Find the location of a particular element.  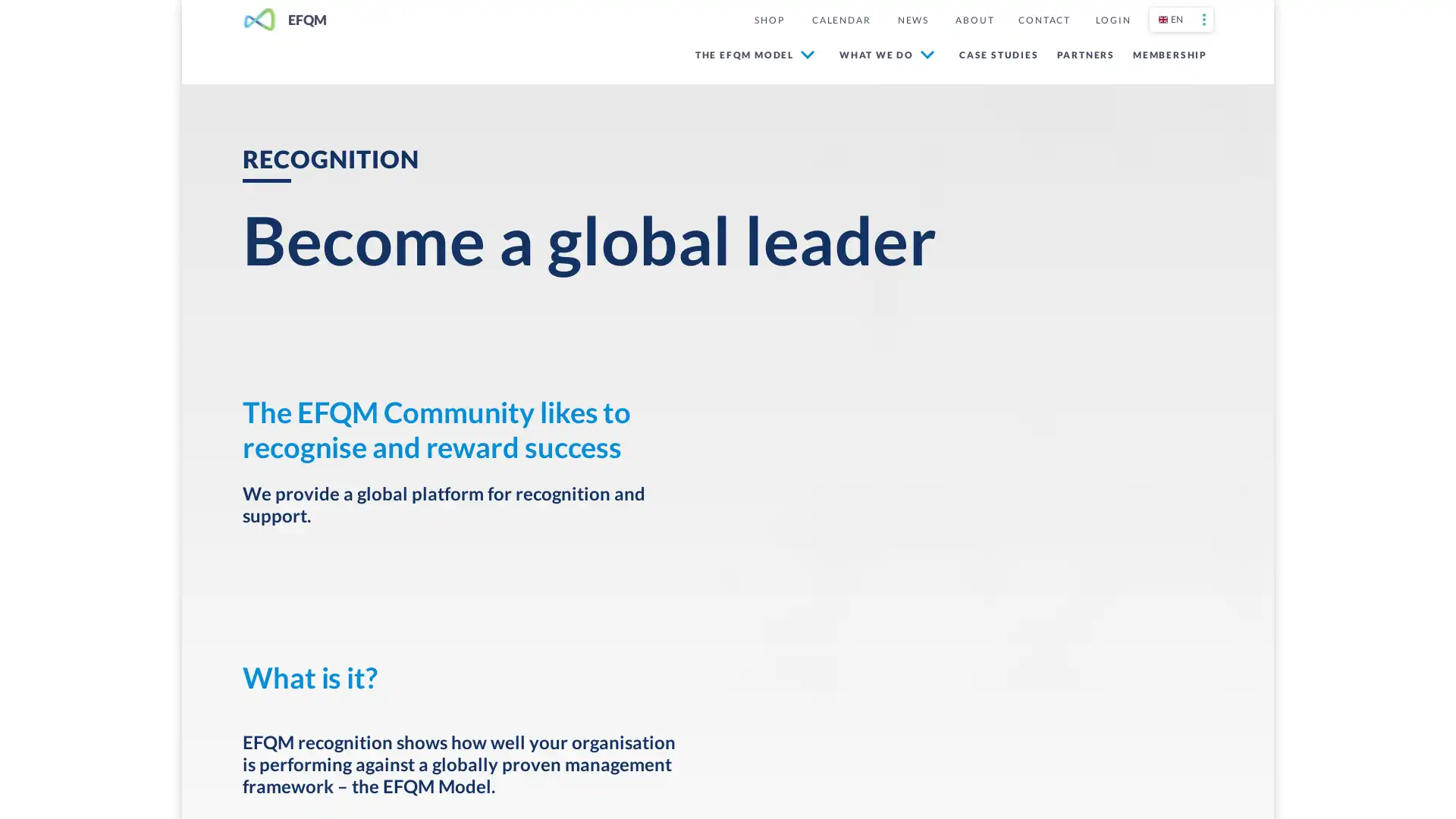

CONTACT is located at coordinates (1043, 20).